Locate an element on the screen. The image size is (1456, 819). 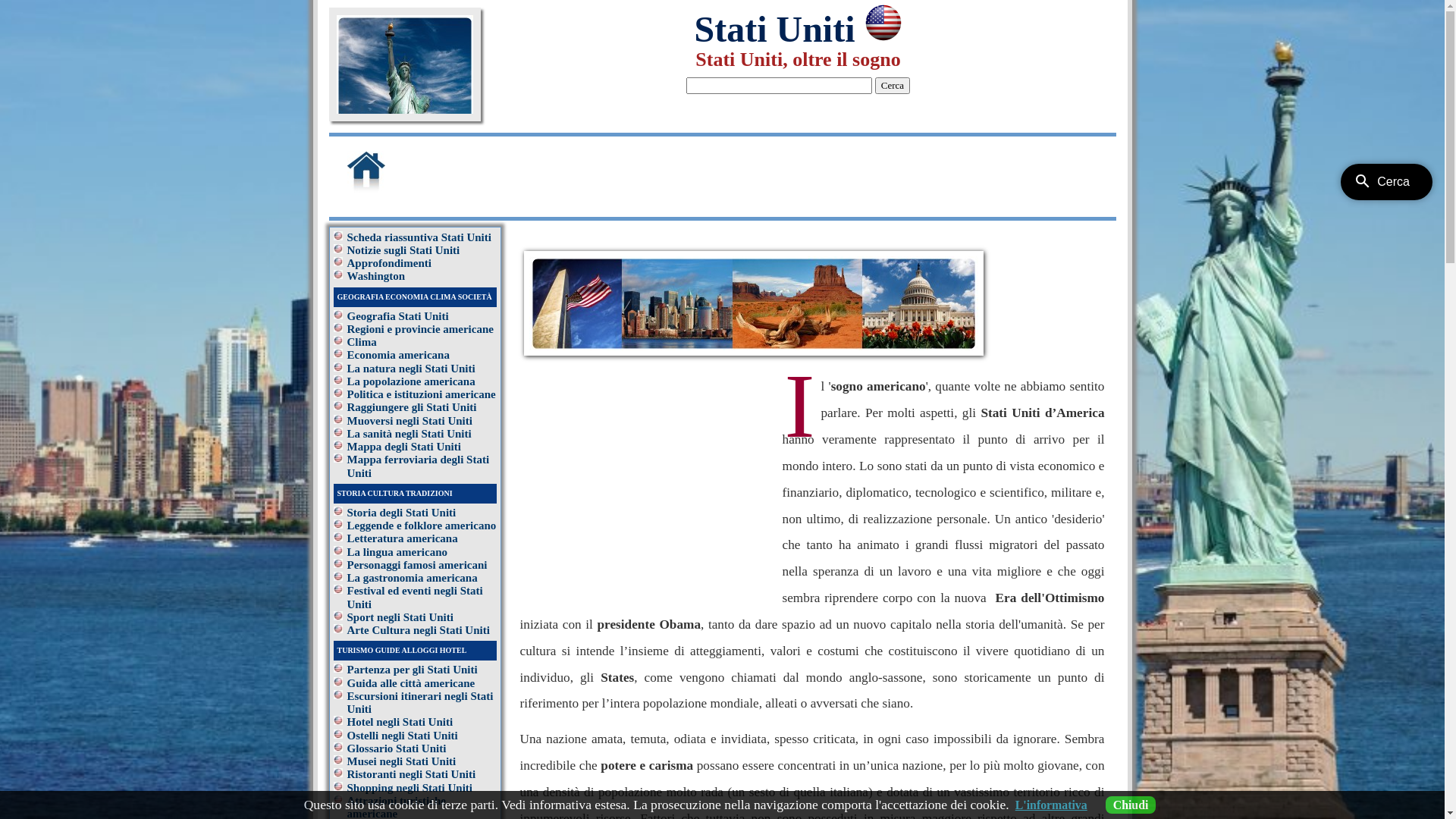
'Clima' is located at coordinates (361, 342).